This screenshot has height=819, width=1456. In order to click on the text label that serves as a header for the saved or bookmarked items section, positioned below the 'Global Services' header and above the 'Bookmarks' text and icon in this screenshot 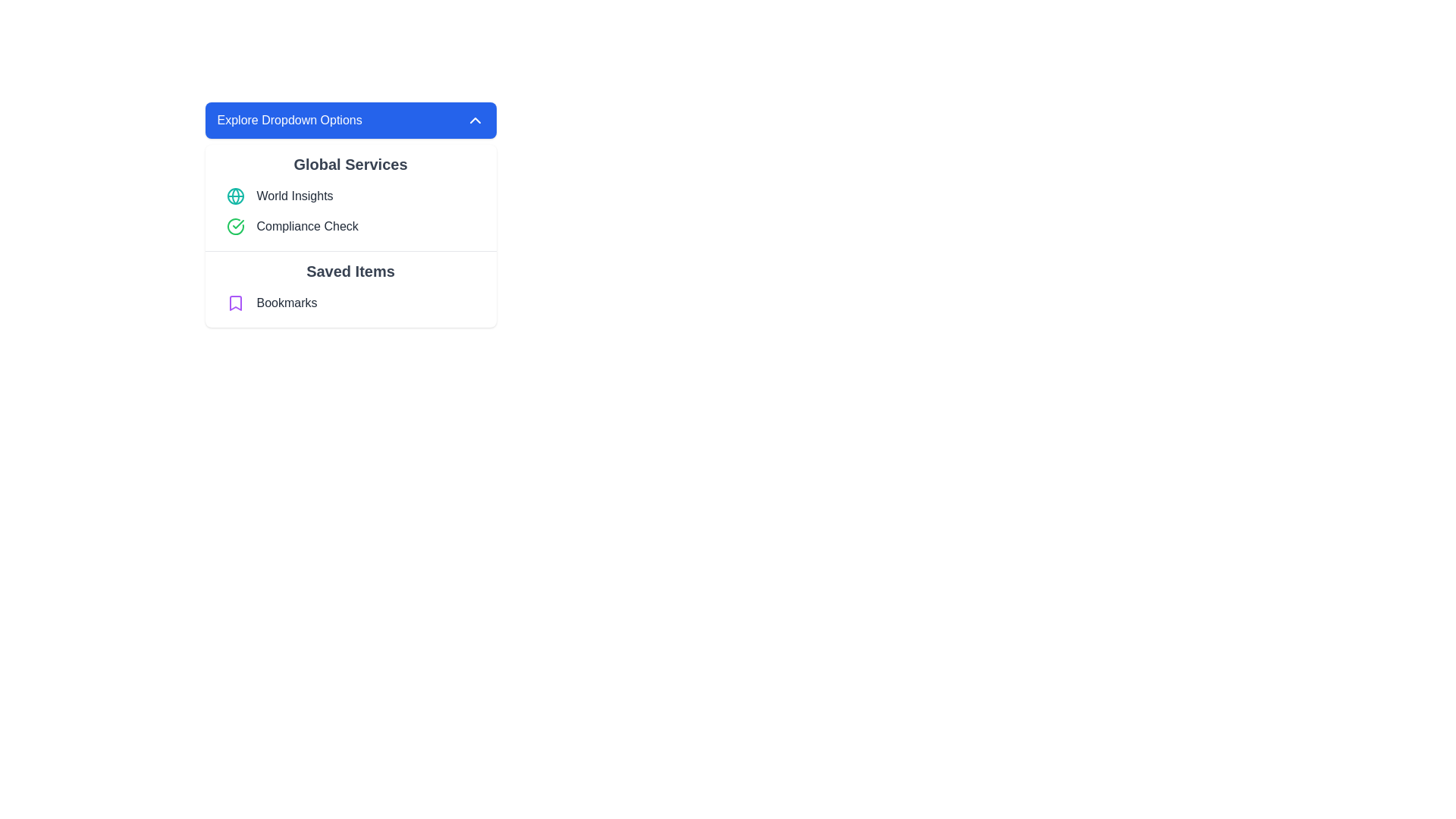, I will do `click(350, 271)`.